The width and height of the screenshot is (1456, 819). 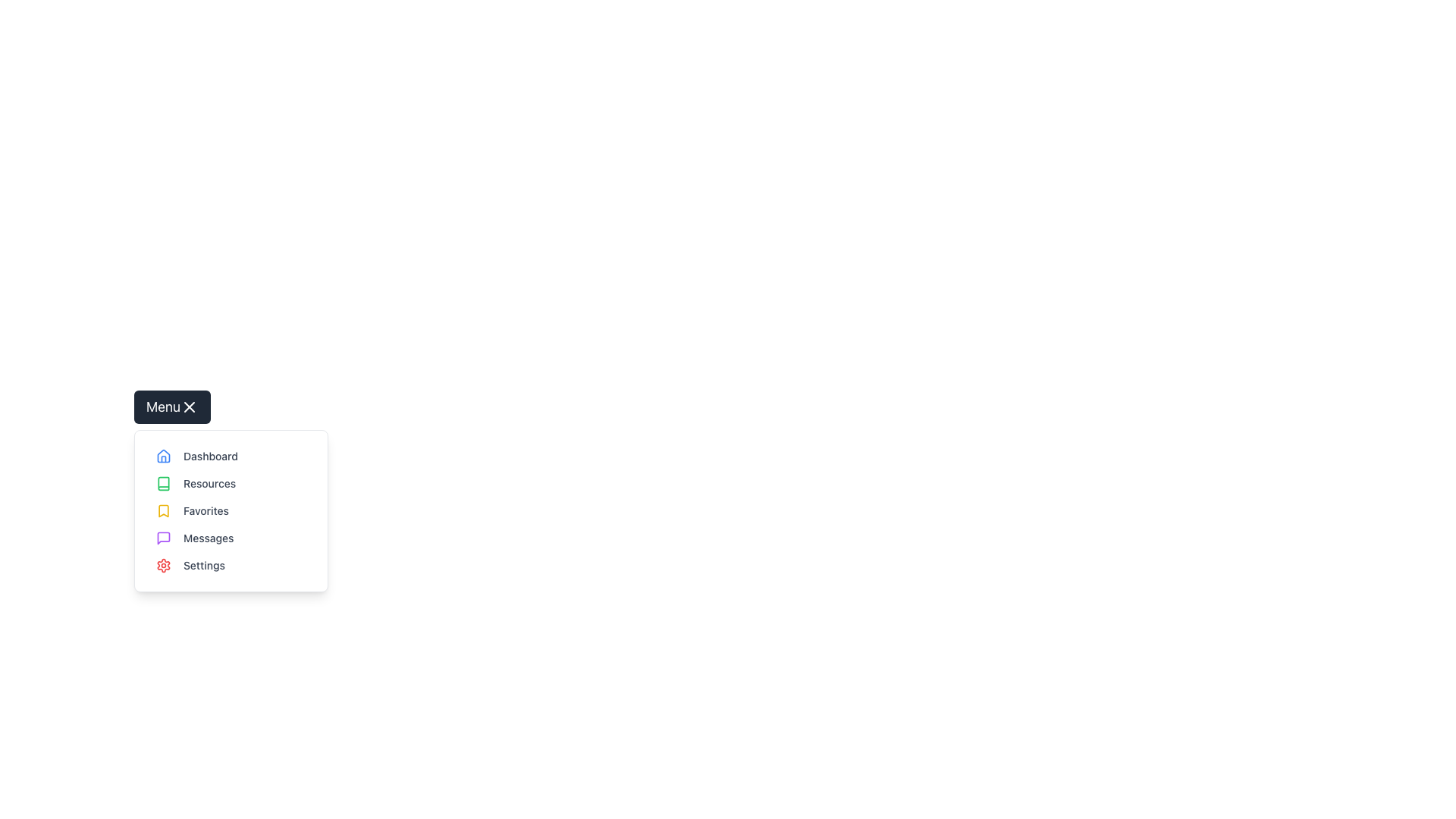 What do you see at coordinates (164, 537) in the screenshot?
I see `the speech bubble icon with a purple color scheme, located next to the 'Messages' label in the vertical menu layout` at bounding box center [164, 537].